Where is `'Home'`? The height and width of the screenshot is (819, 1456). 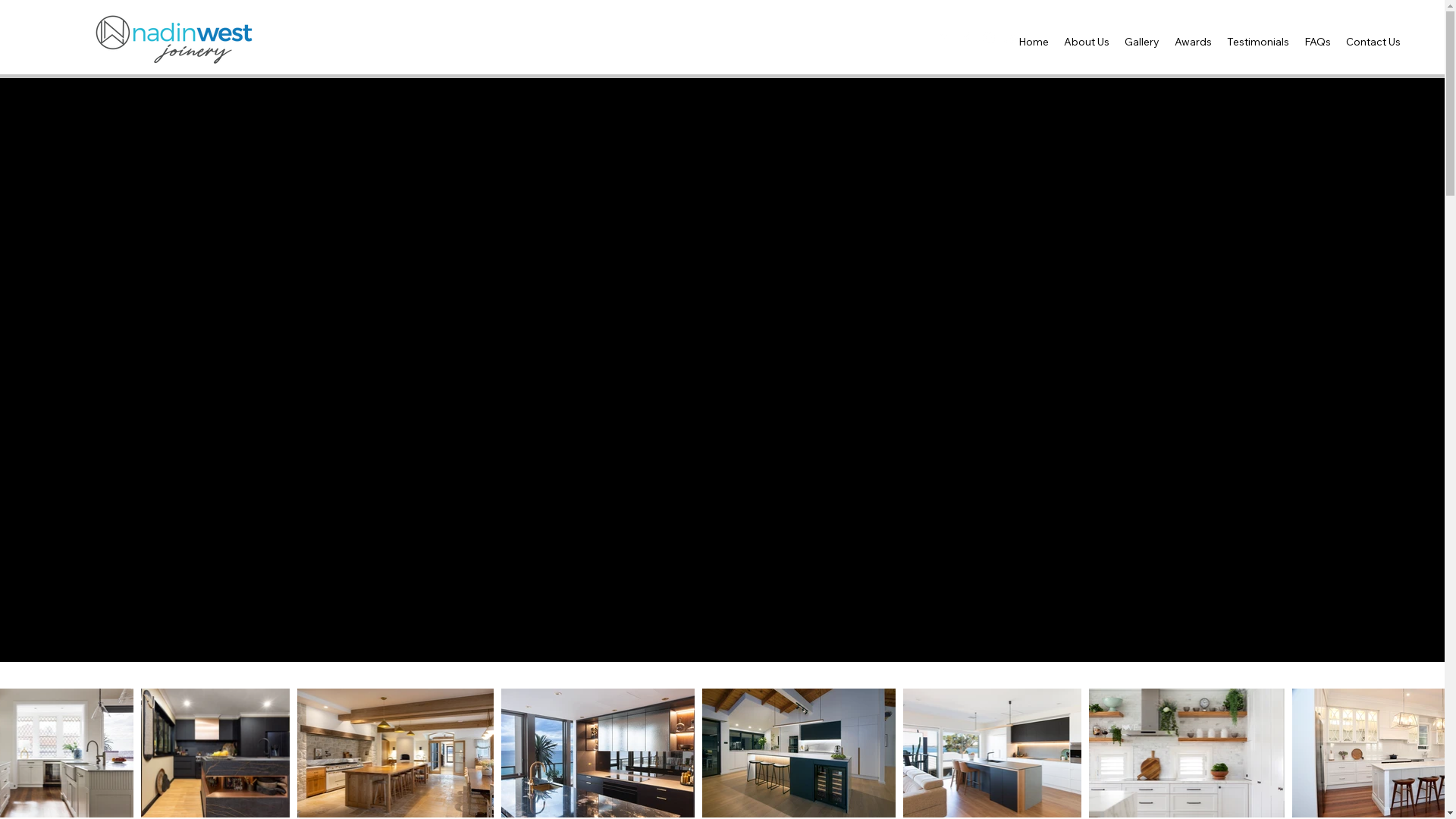
'Home' is located at coordinates (1011, 40).